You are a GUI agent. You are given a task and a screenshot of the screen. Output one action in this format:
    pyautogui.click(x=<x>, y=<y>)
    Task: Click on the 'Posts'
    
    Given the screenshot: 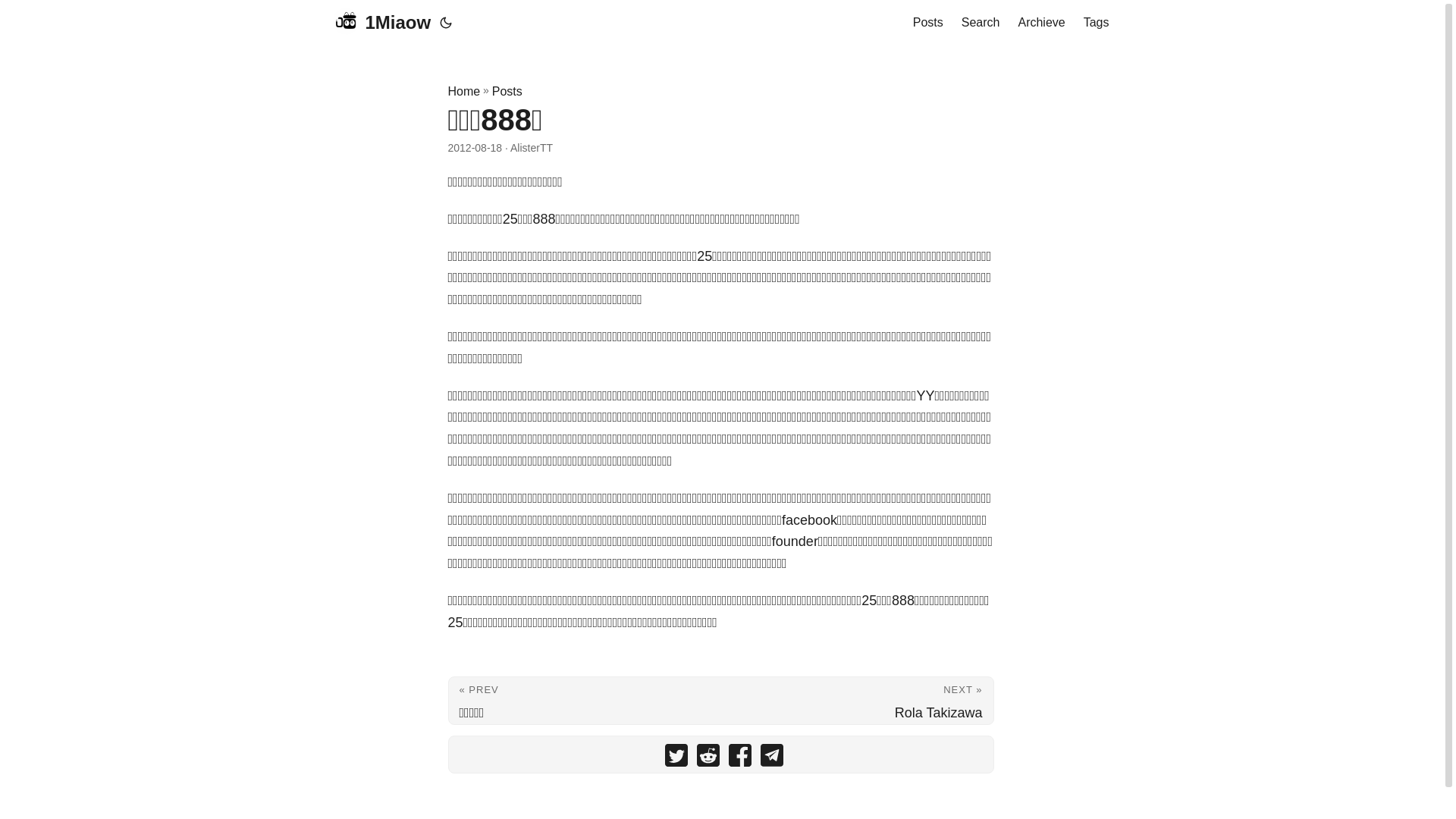 What is the action you would take?
    pyautogui.click(x=927, y=23)
    